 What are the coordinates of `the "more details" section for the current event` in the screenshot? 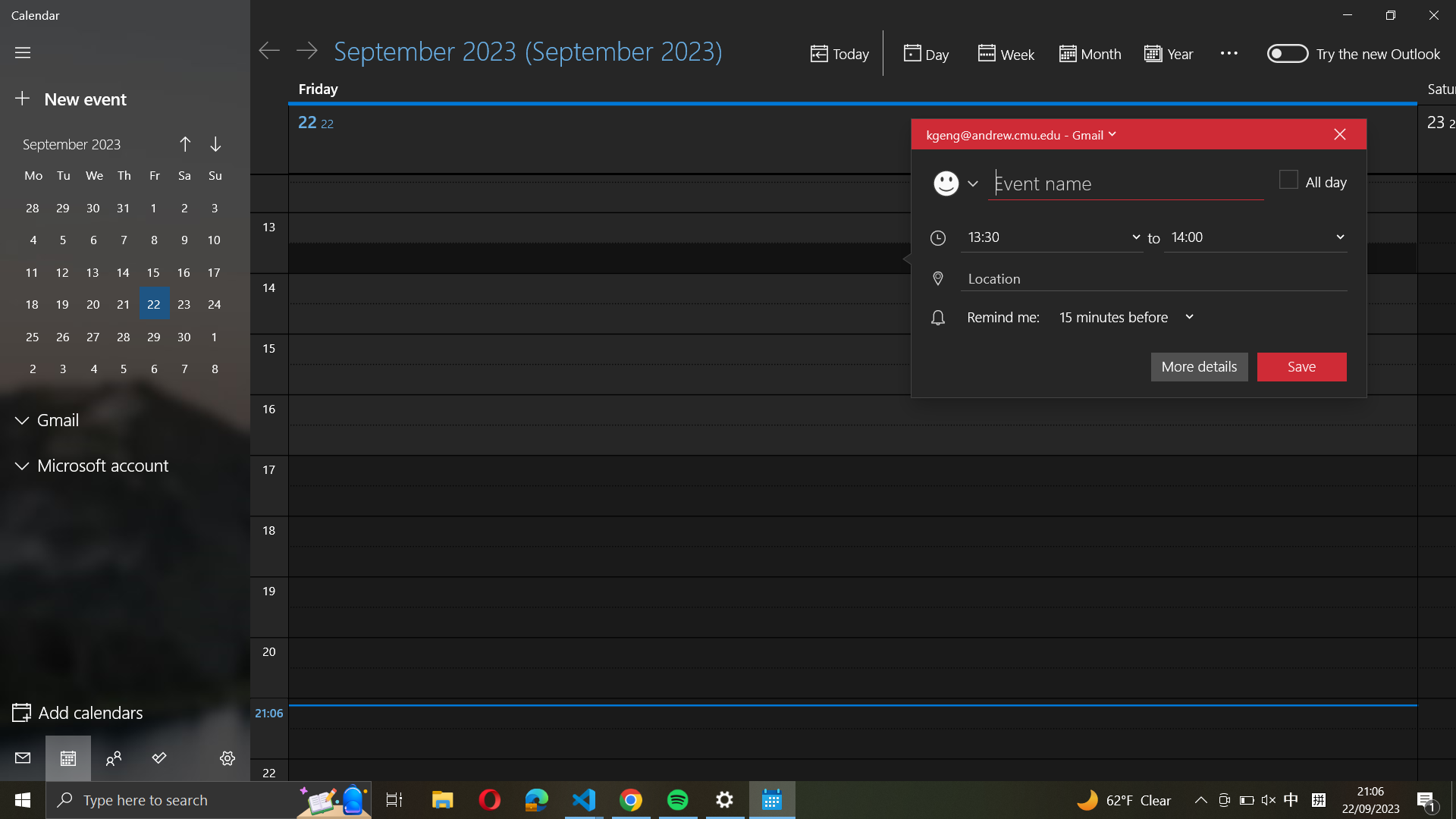 It's located at (1198, 365).